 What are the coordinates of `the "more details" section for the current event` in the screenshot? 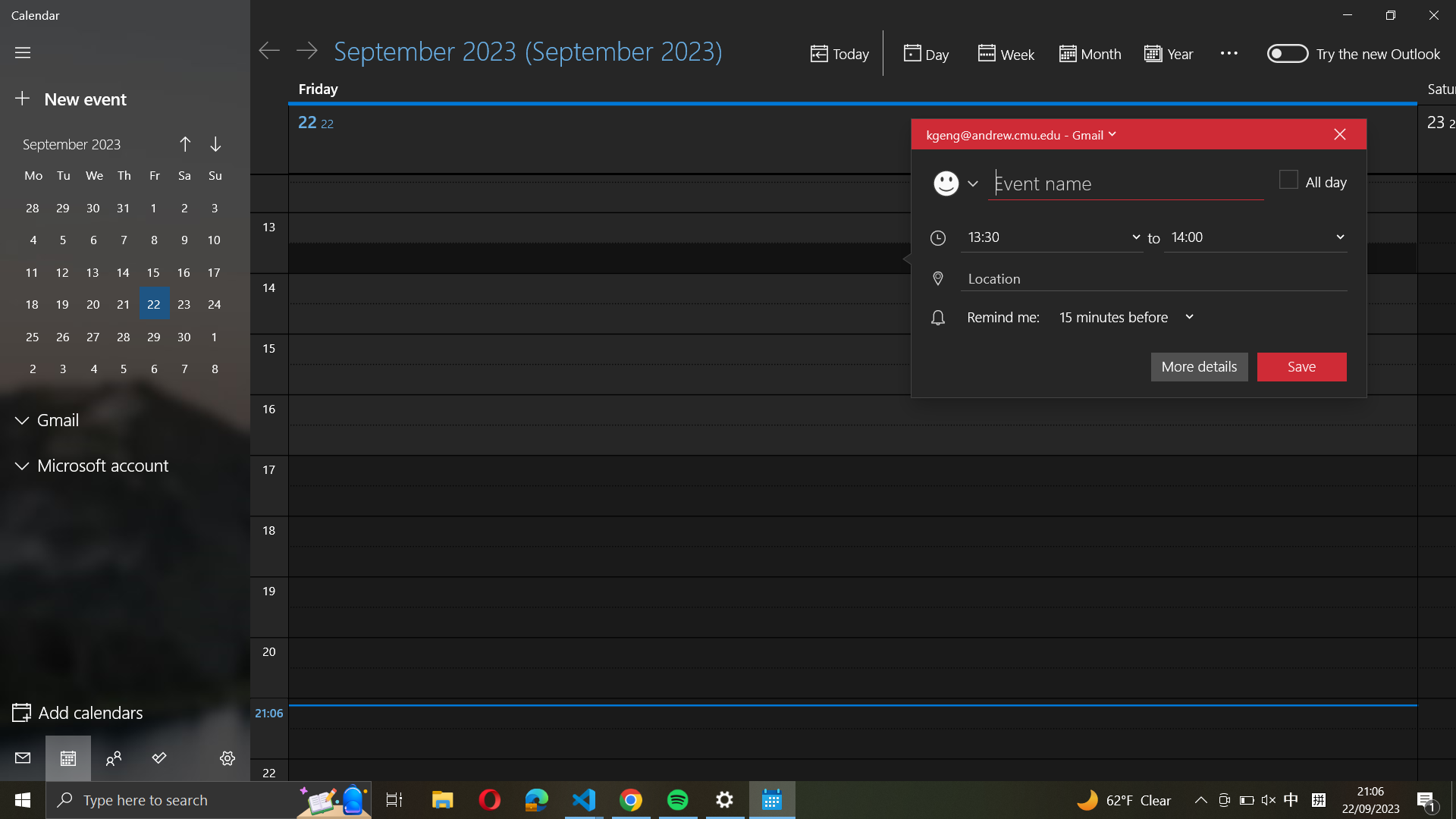 It's located at (1198, 365).